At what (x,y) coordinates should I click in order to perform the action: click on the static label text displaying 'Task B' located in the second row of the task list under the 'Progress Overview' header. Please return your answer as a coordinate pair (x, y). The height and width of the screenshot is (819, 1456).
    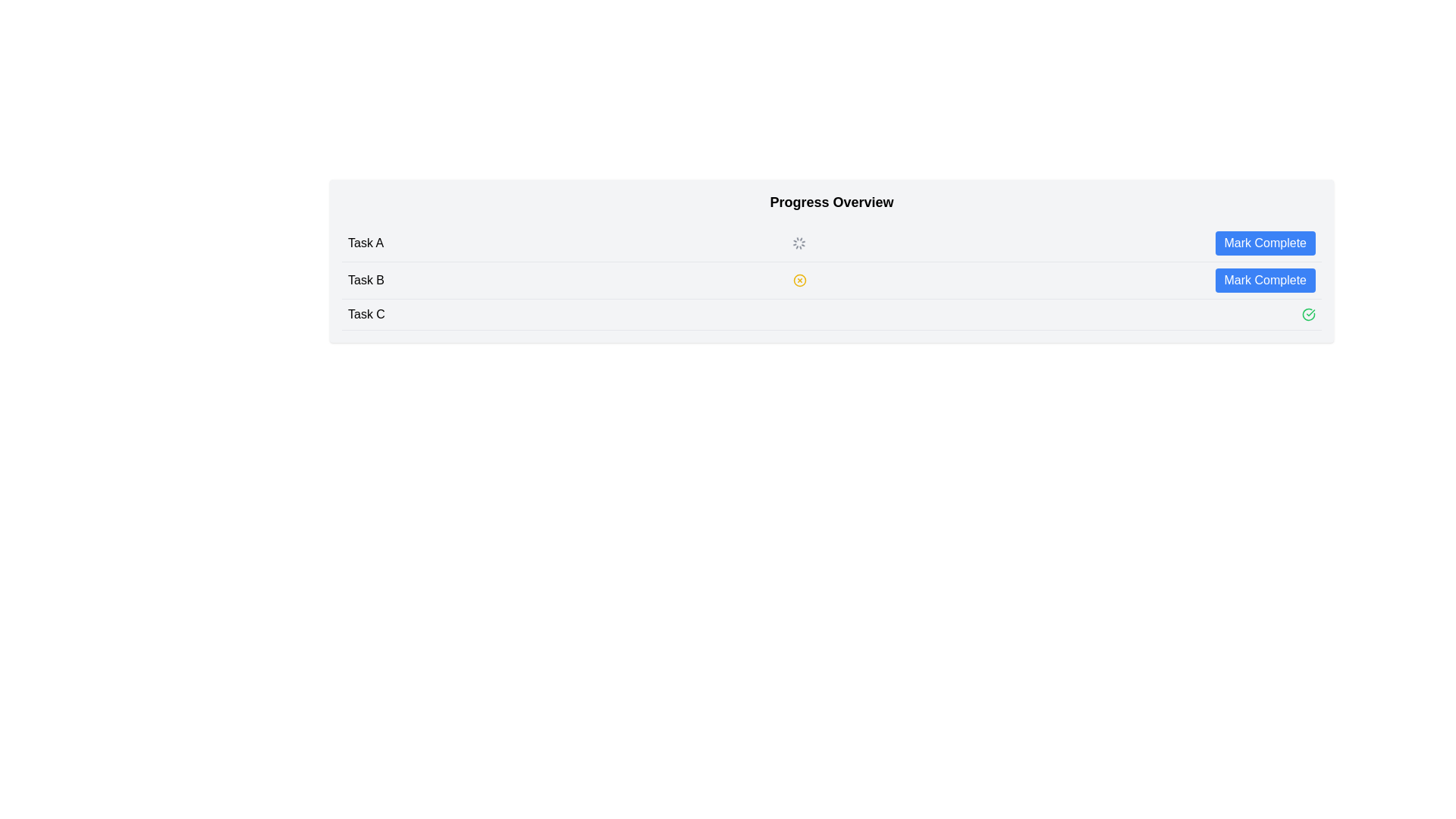
    Looking at the image, I should click on (366, 281).